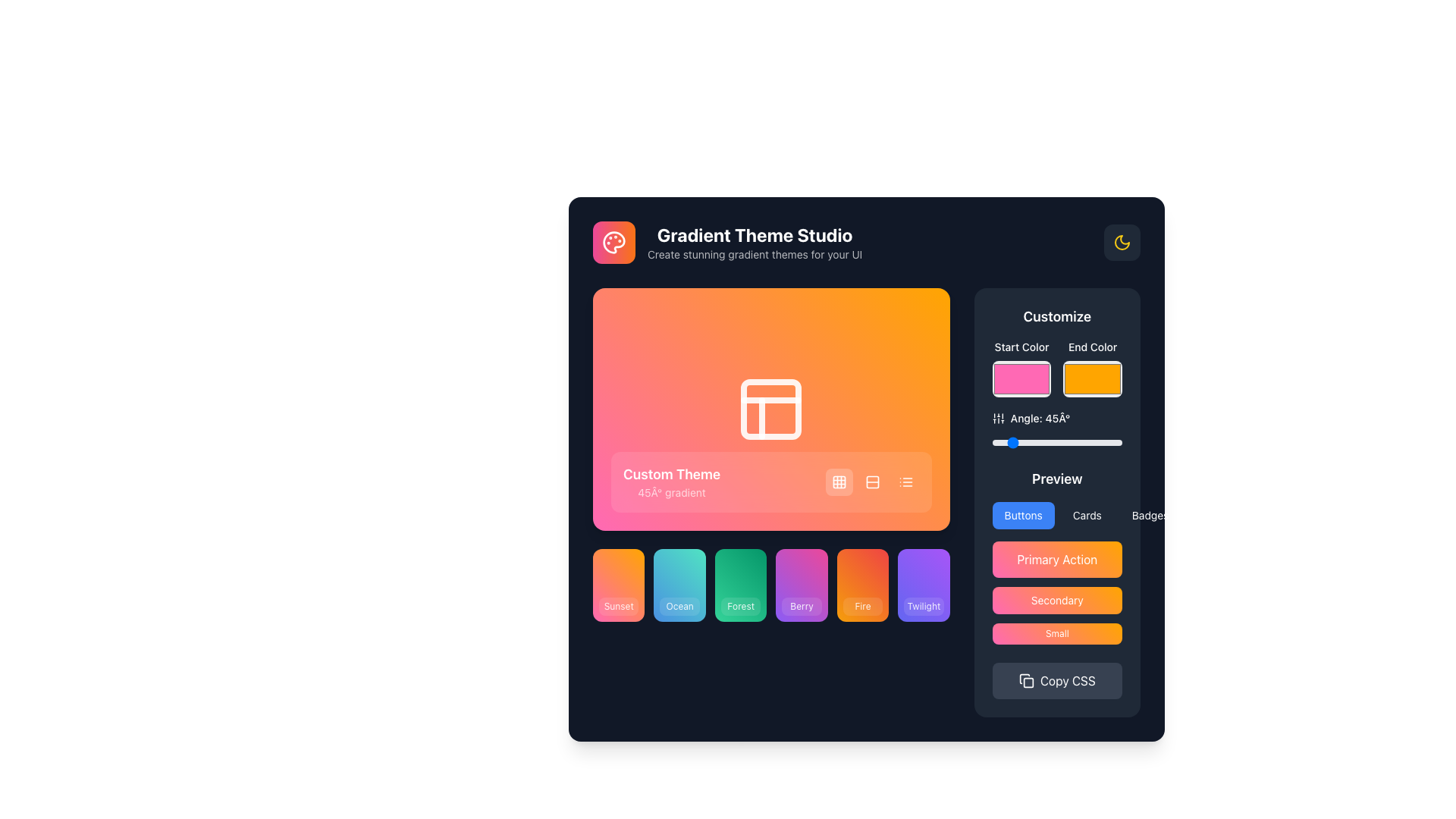 The image size is (1456, 819). Describe the element at coordinates (679, 584) in the screenshot. I see `the 'Ocean' themed button, the second button in a grid of six` at that location.